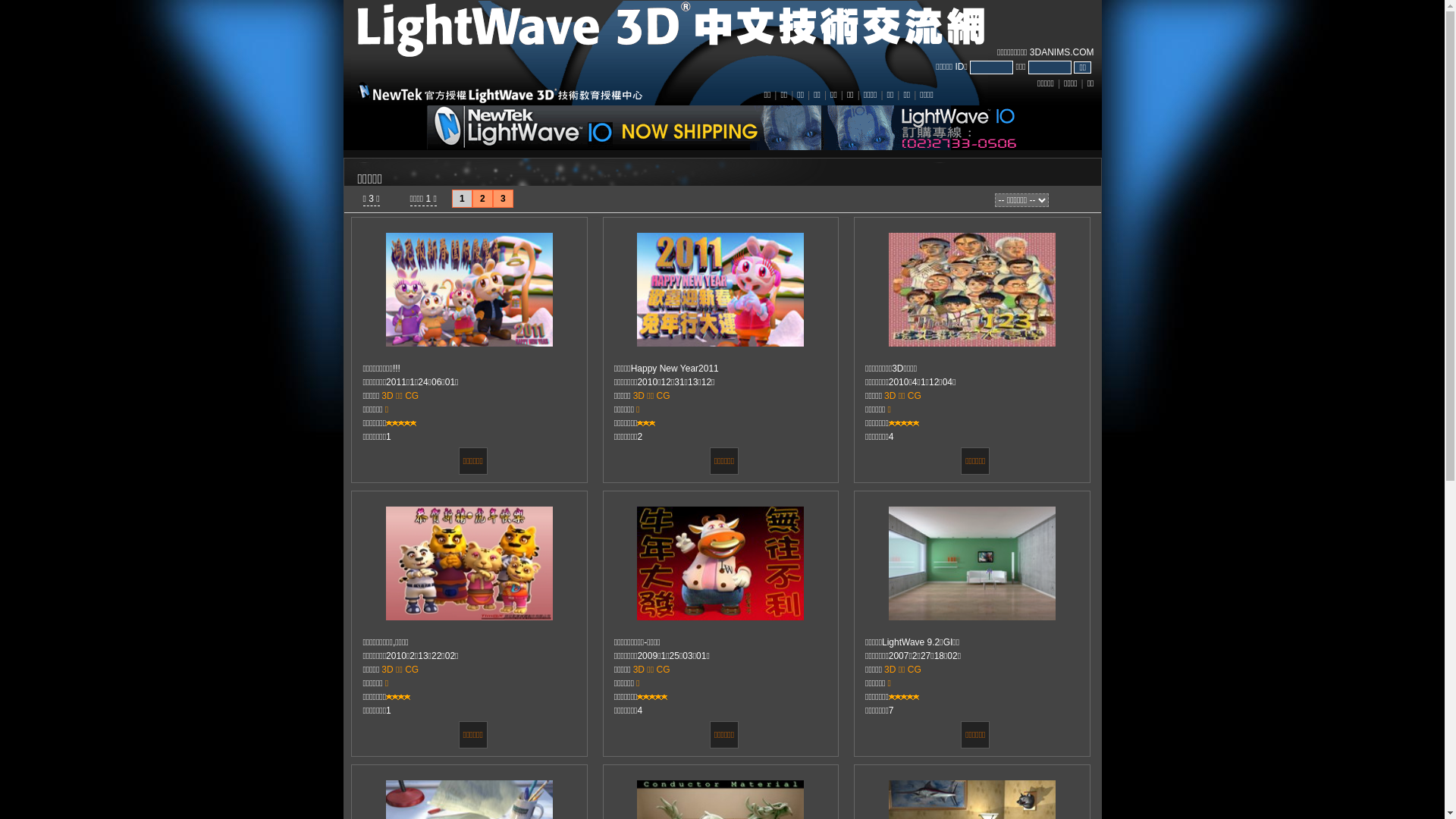 Image resolution: width=1456 pixels, height=819 pixels. Describe the element at coordinates (503, 198) in the screenshot. I see `'3'` at that location.